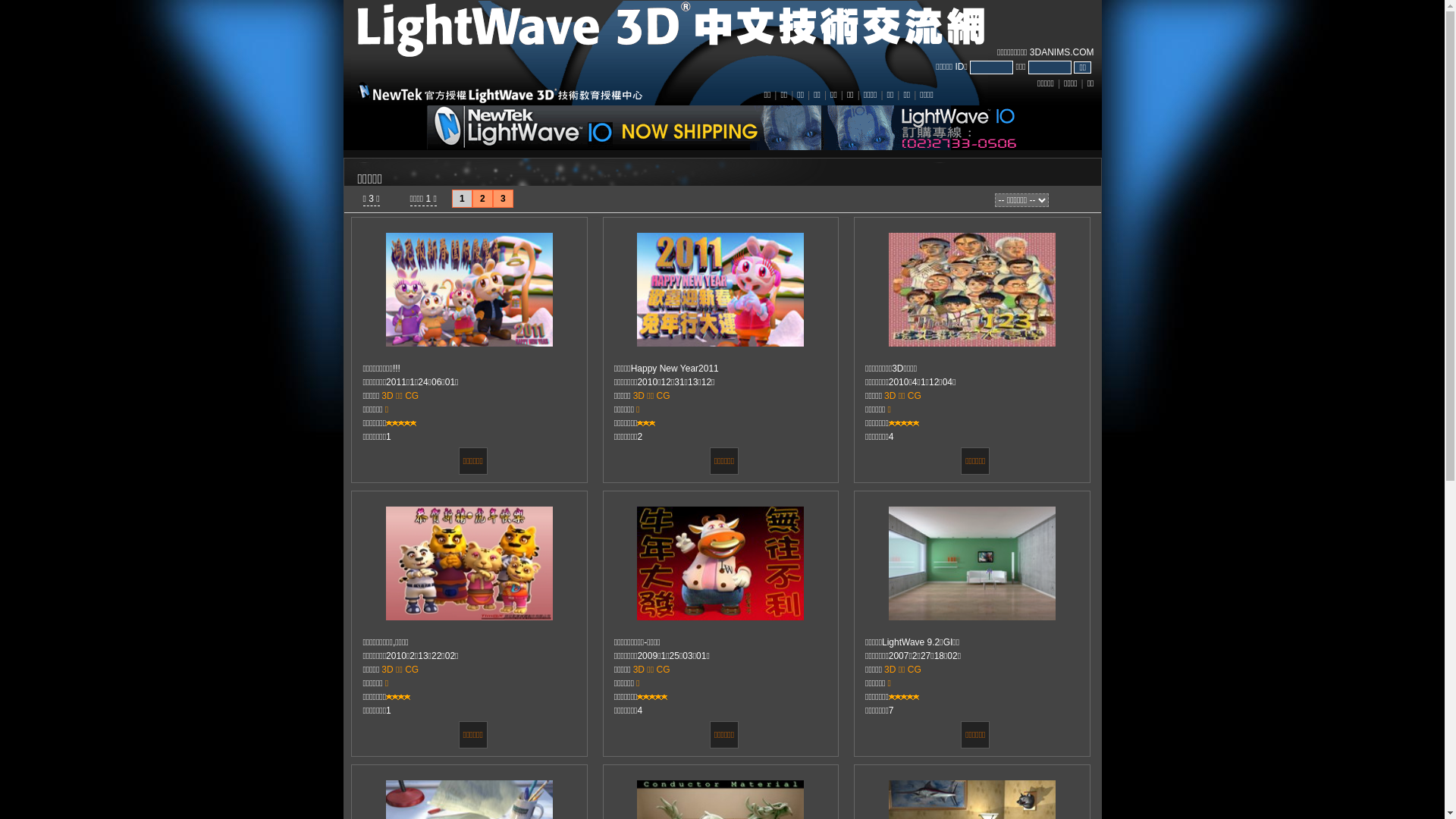 Image resolution: width=1456 pixels, height=819 pixels. Describe the element at coordinates (503, 198) in the screenshot. I see `'3'` at that location.